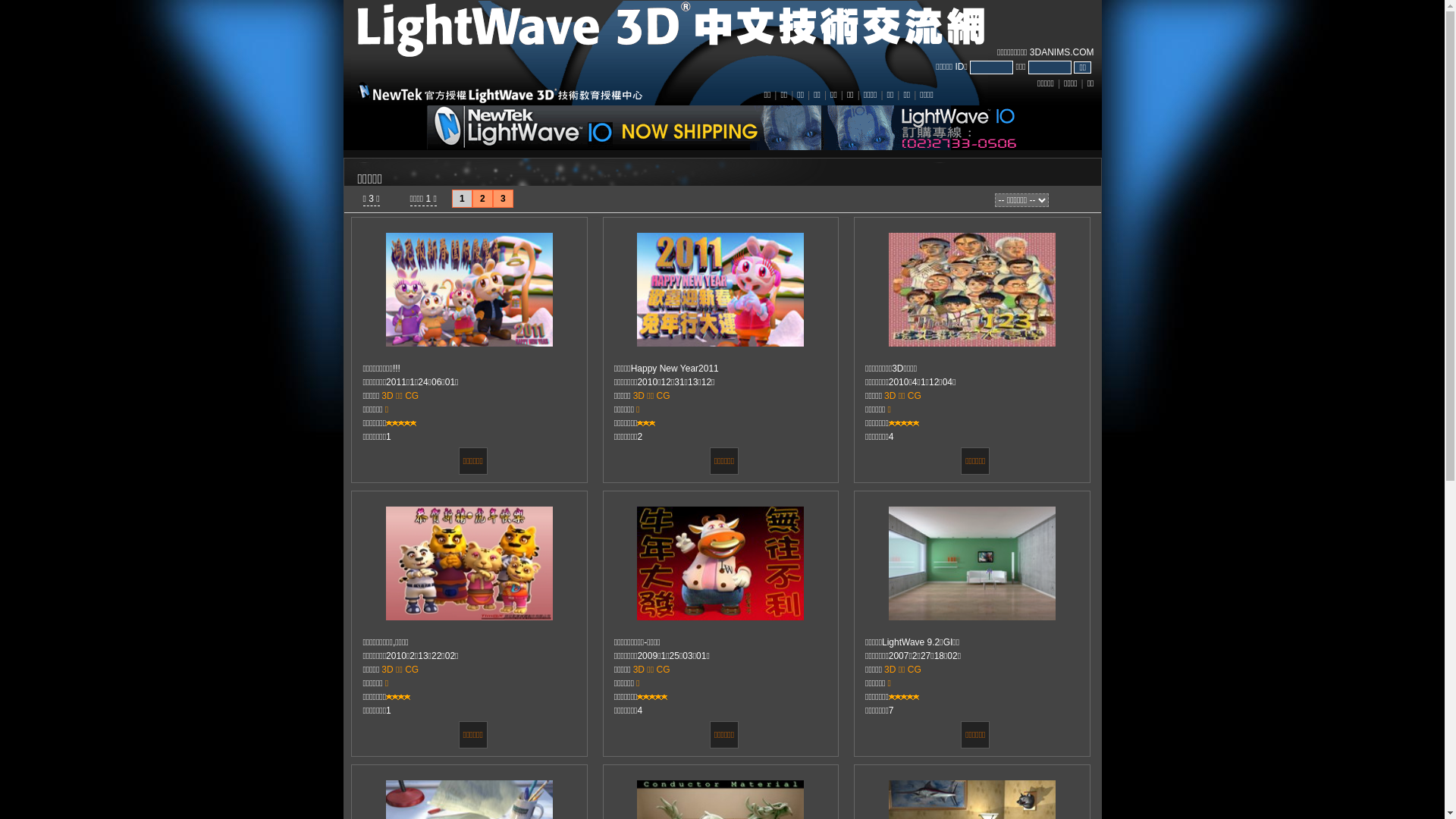 Image resolution: width=1456 pixels, height=819 pixels. Describe the element at coordinates (503, 198) in the screenshot. I see `'3'` at that location.